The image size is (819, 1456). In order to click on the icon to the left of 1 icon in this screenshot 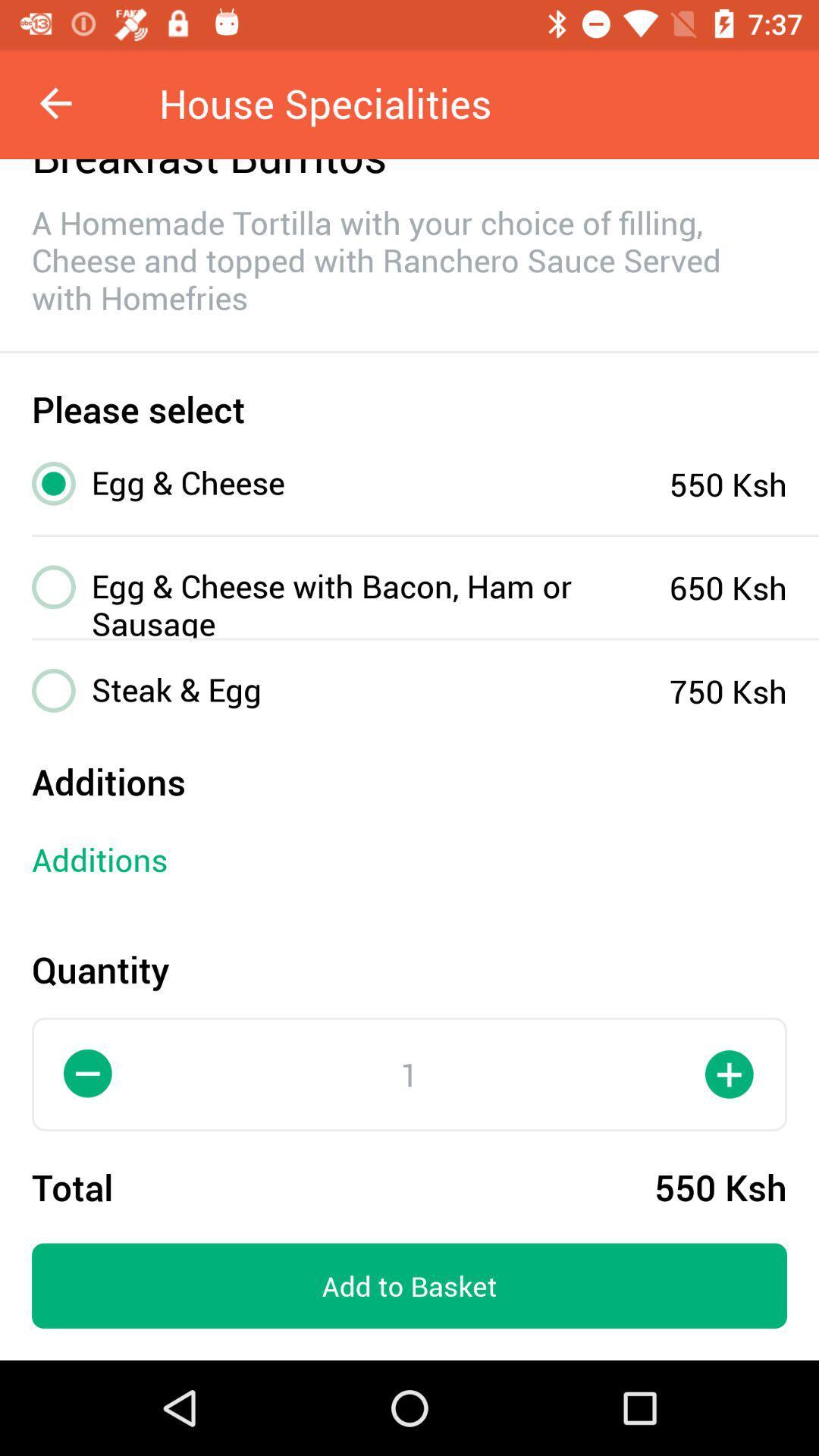, I will do `click(88, 1073)`.